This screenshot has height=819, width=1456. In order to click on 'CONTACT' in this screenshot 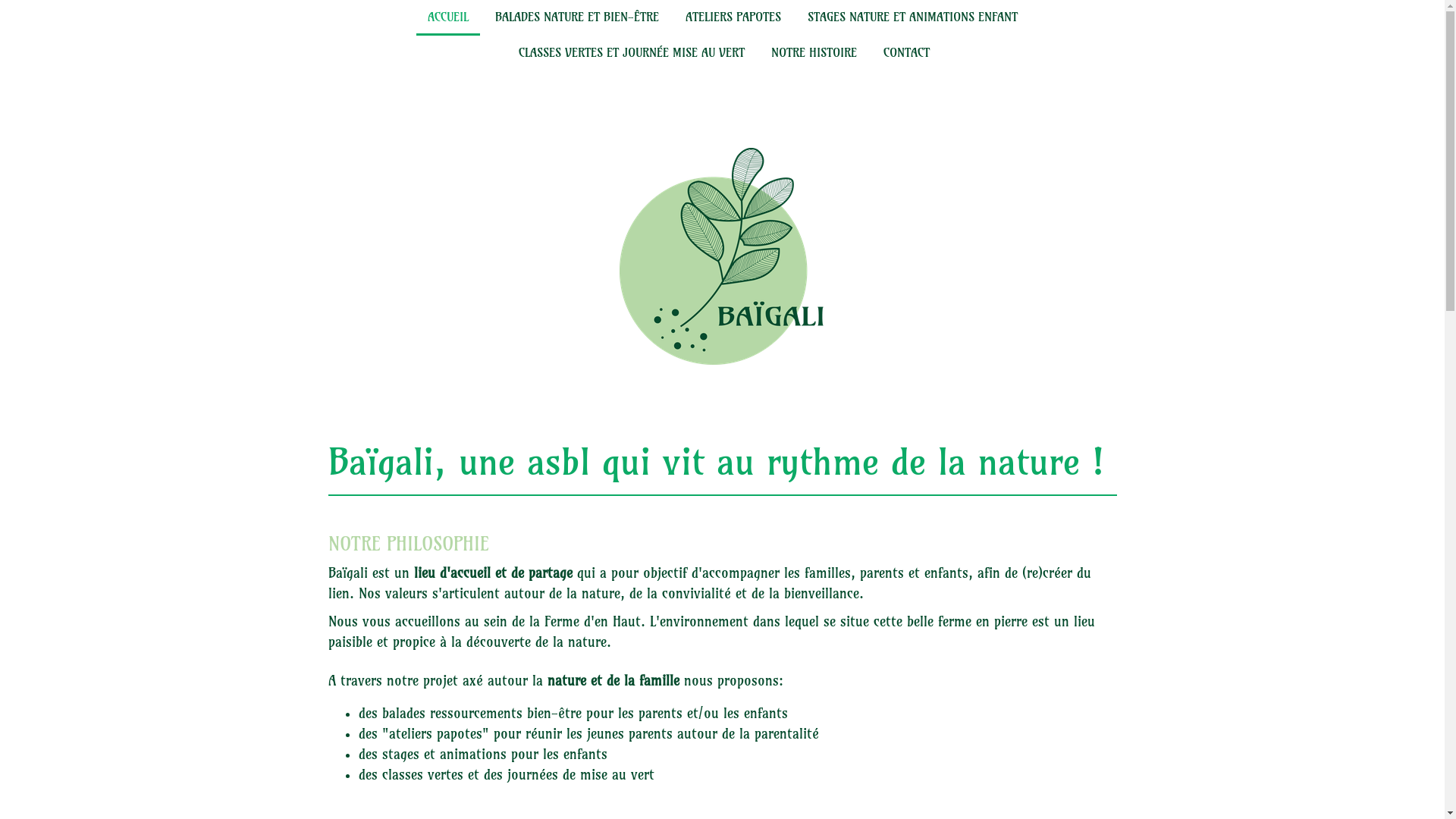, I will do `click(872, 52)`.